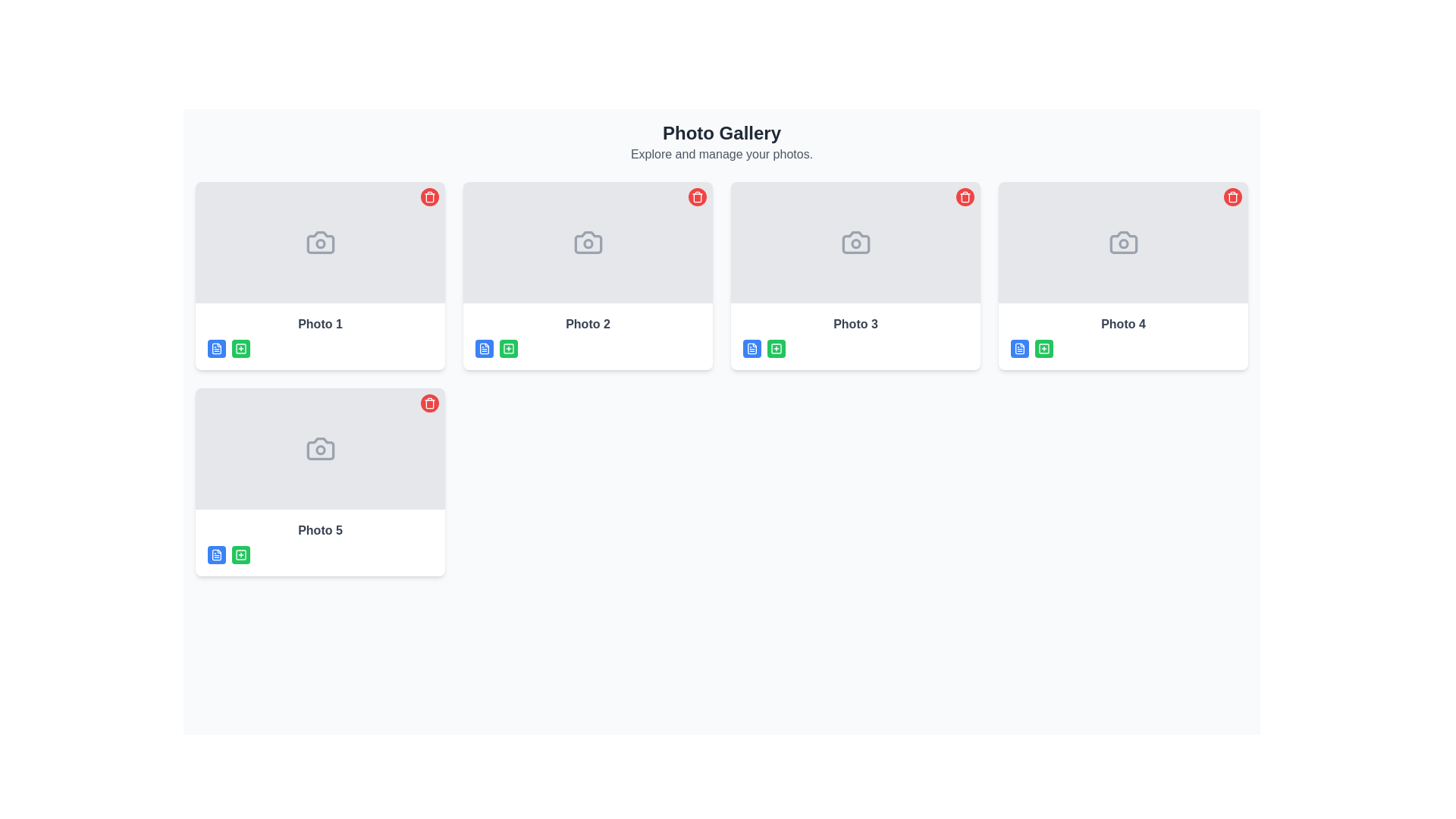 This screenshot has width=1456, height=819. I want to click on the camera icon with a gray outline located in the center of the 'Photo 3' card, so click(855, 242).